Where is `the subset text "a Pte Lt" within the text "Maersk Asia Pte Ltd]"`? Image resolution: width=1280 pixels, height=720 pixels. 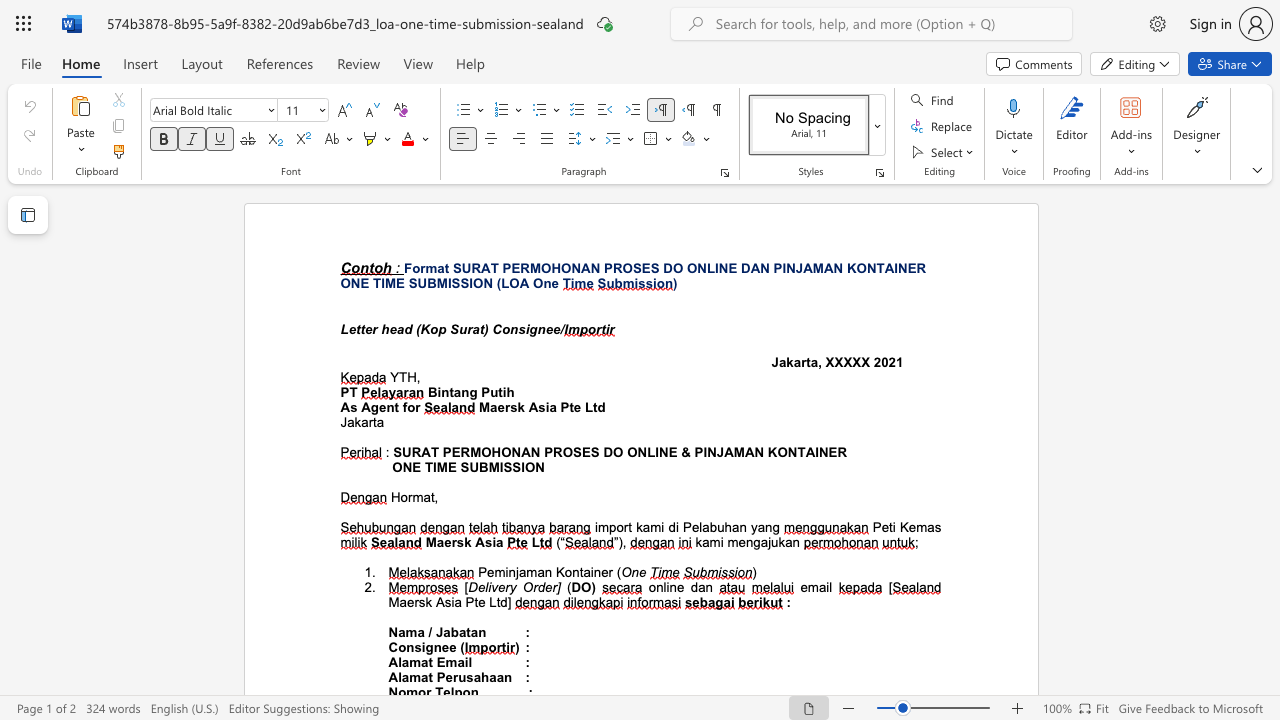 the subset text "a Pte Lt" within the text "Maersk Asia Pte Ltd]" is located at coordinates (453, 601).